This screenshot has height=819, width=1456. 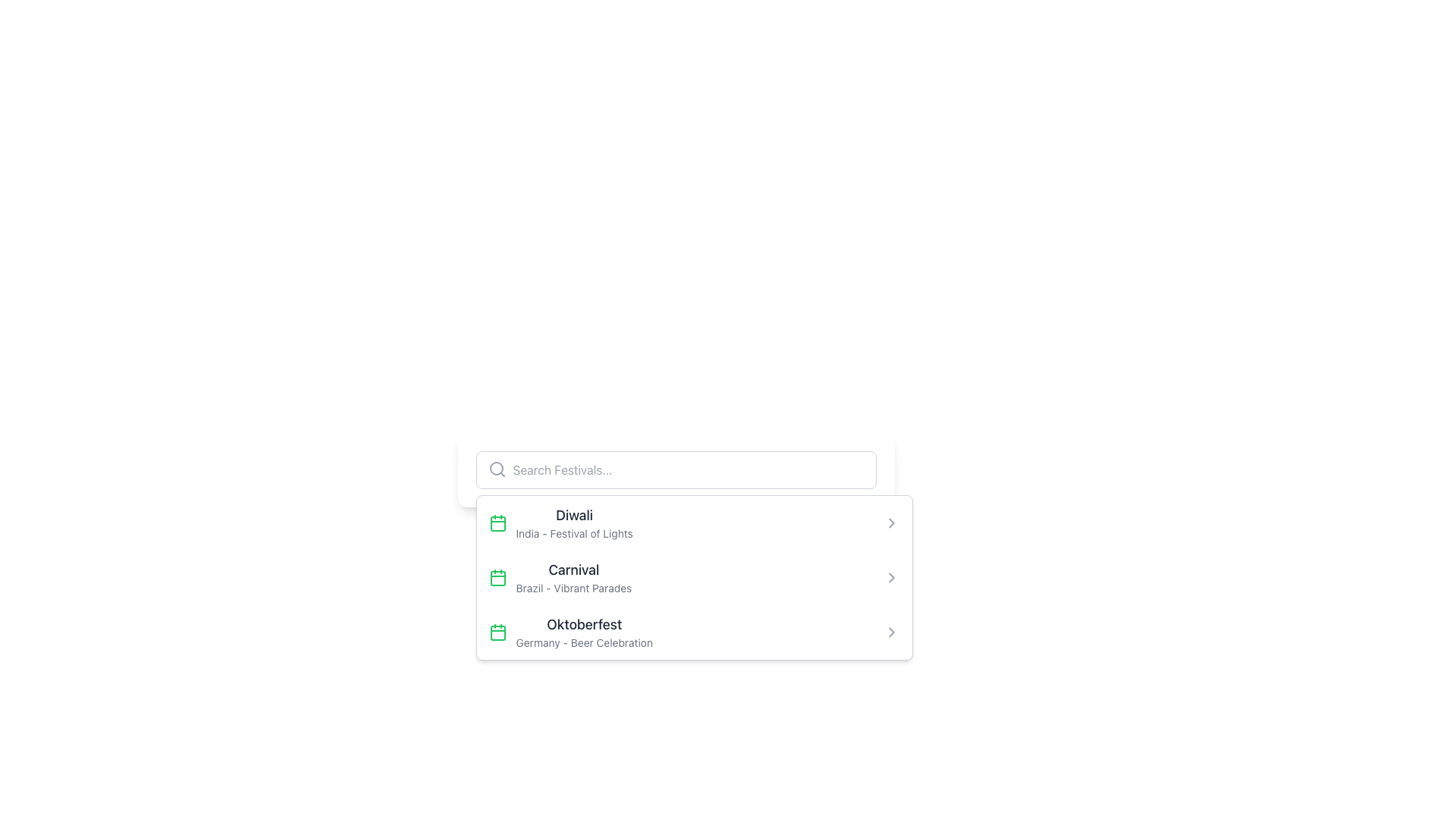 What do you see at coordinates (559, 578) in the screenshot?
I see `the selectable list item labeled 'Carnival' that features a calendar icon and two lines of text for sorting purposes` at bounding box center [559, 578].